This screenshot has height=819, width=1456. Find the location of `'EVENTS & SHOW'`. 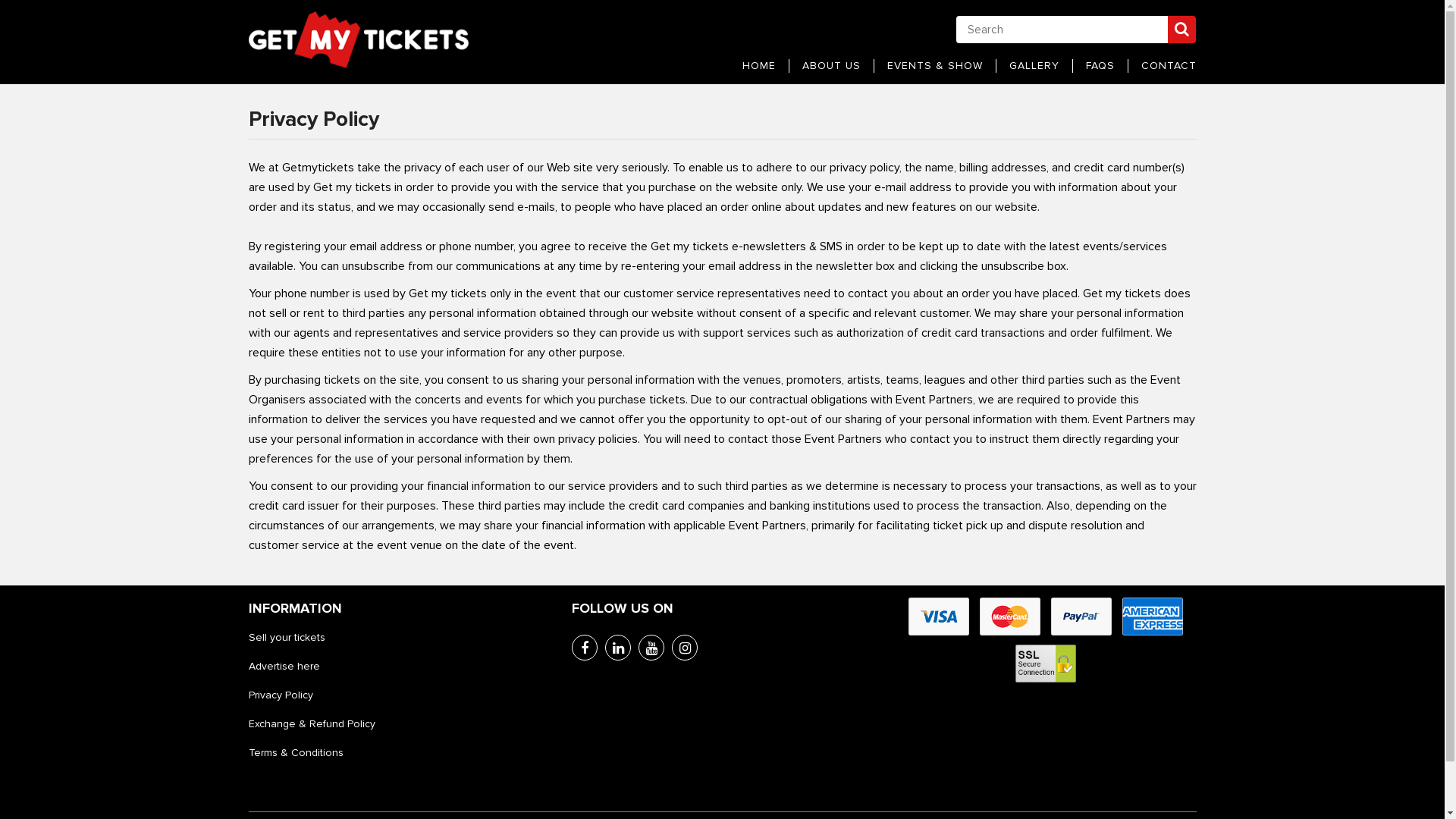

'EVENTS & SHOW' is located at coordinates (934, 65).